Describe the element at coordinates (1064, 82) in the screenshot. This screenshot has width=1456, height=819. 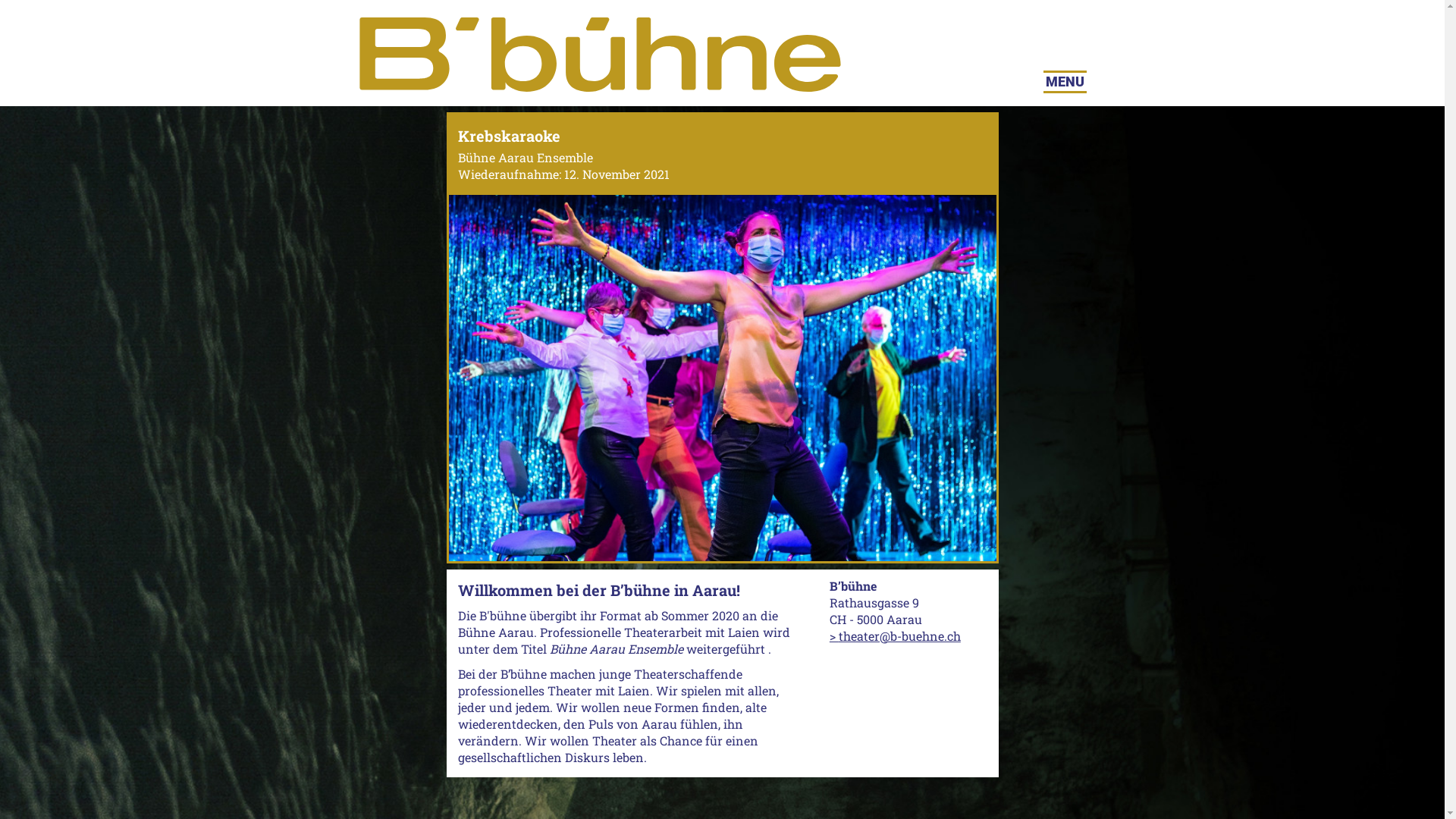
I see `'MENU'` at that location.